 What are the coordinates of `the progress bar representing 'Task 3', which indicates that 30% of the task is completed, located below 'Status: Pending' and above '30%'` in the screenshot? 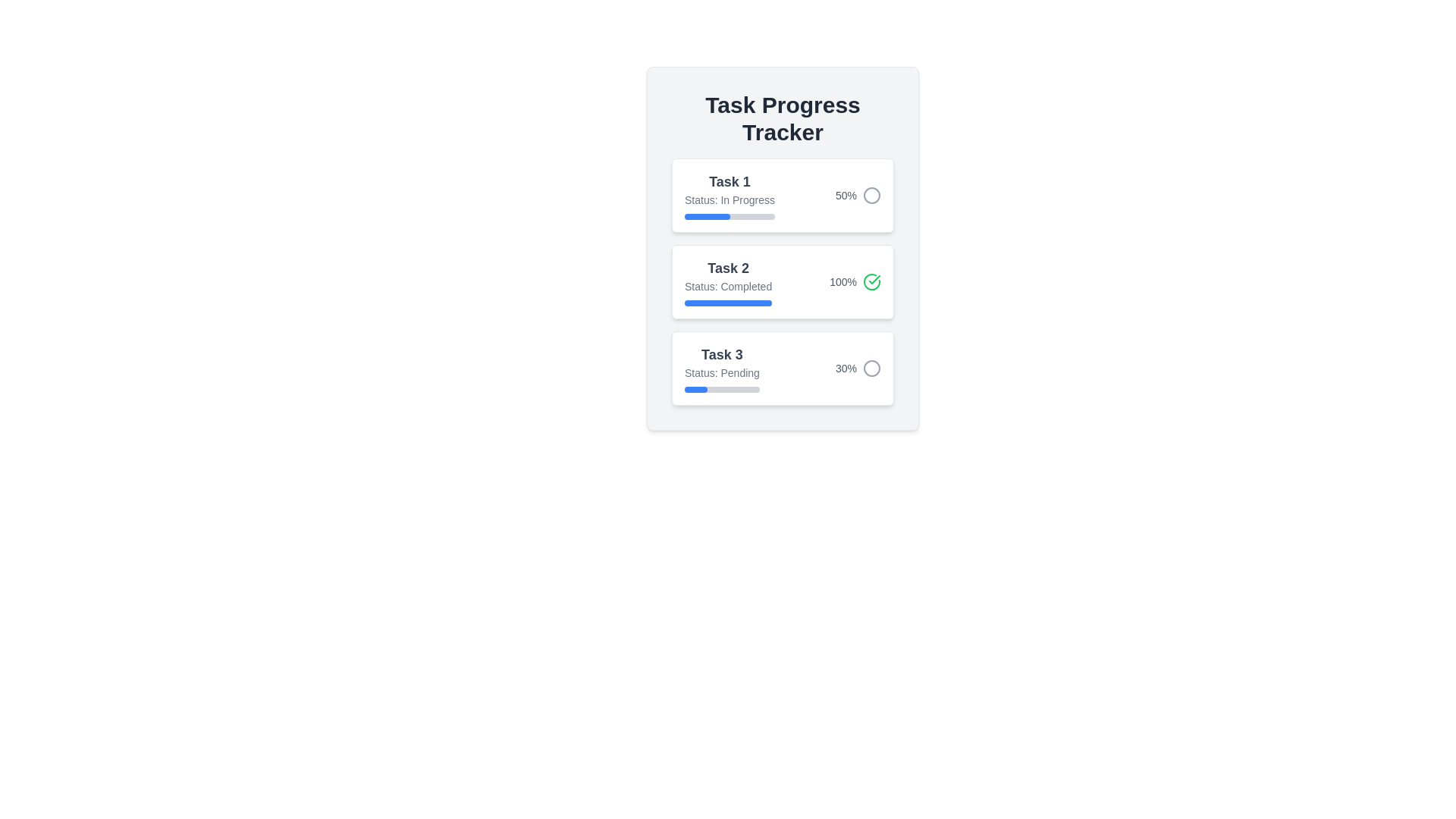 It's located at (721, 388).